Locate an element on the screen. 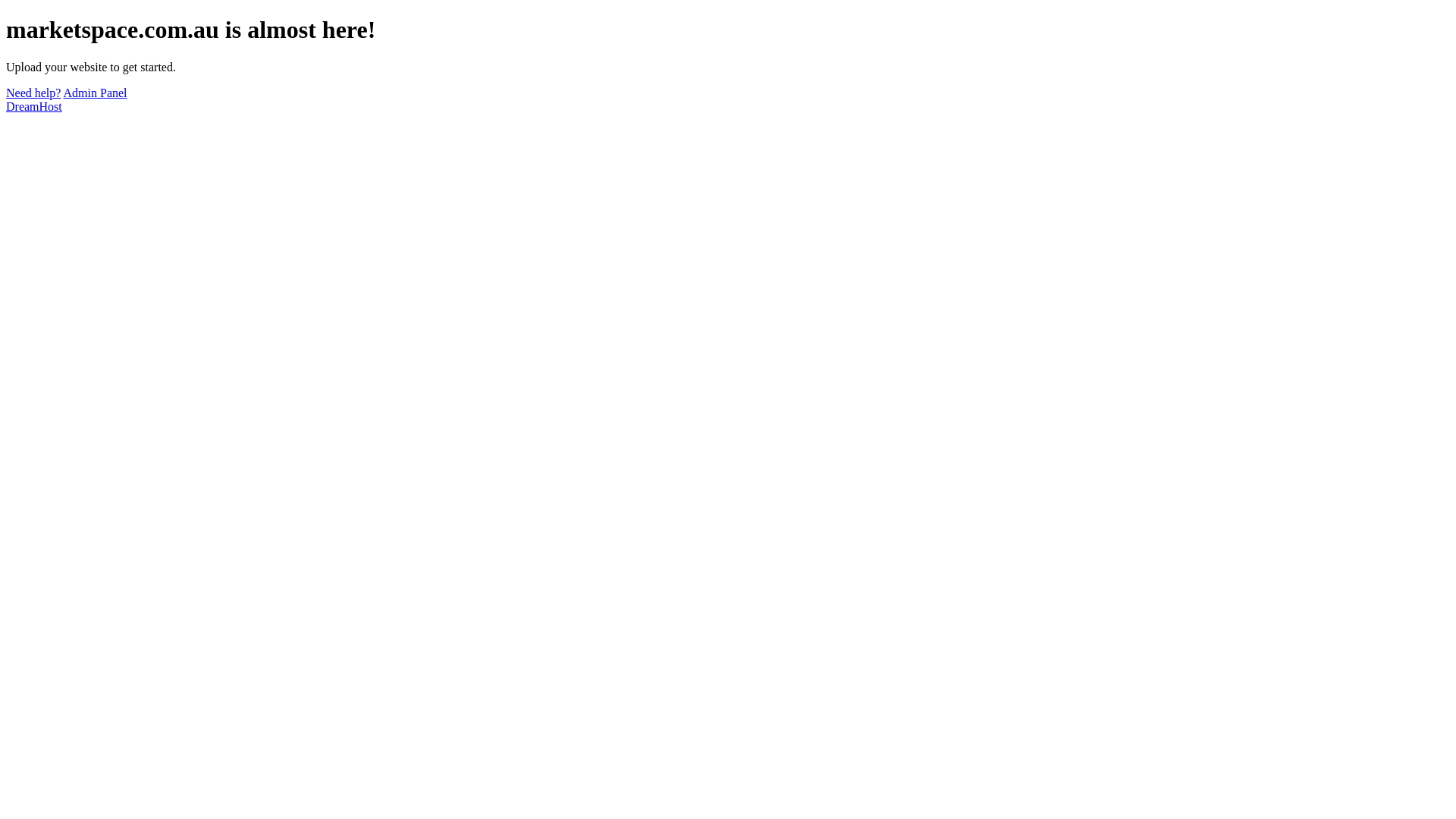  'DreamHost' is located at coordinates (6, 105).